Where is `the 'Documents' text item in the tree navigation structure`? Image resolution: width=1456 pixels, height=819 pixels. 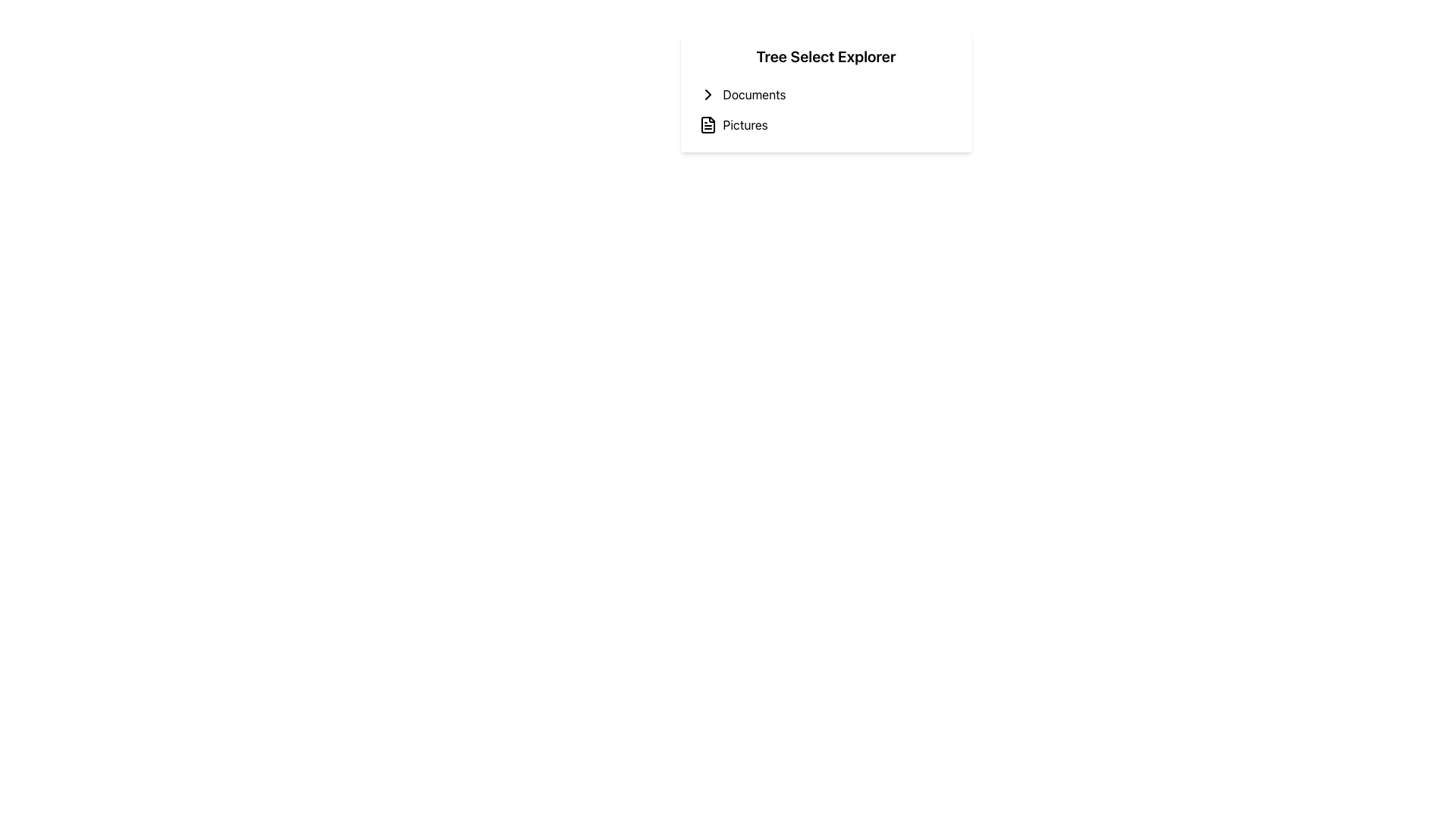 the 'Documents' text item in the tree navigation structure is located at coordinates (754, 94).